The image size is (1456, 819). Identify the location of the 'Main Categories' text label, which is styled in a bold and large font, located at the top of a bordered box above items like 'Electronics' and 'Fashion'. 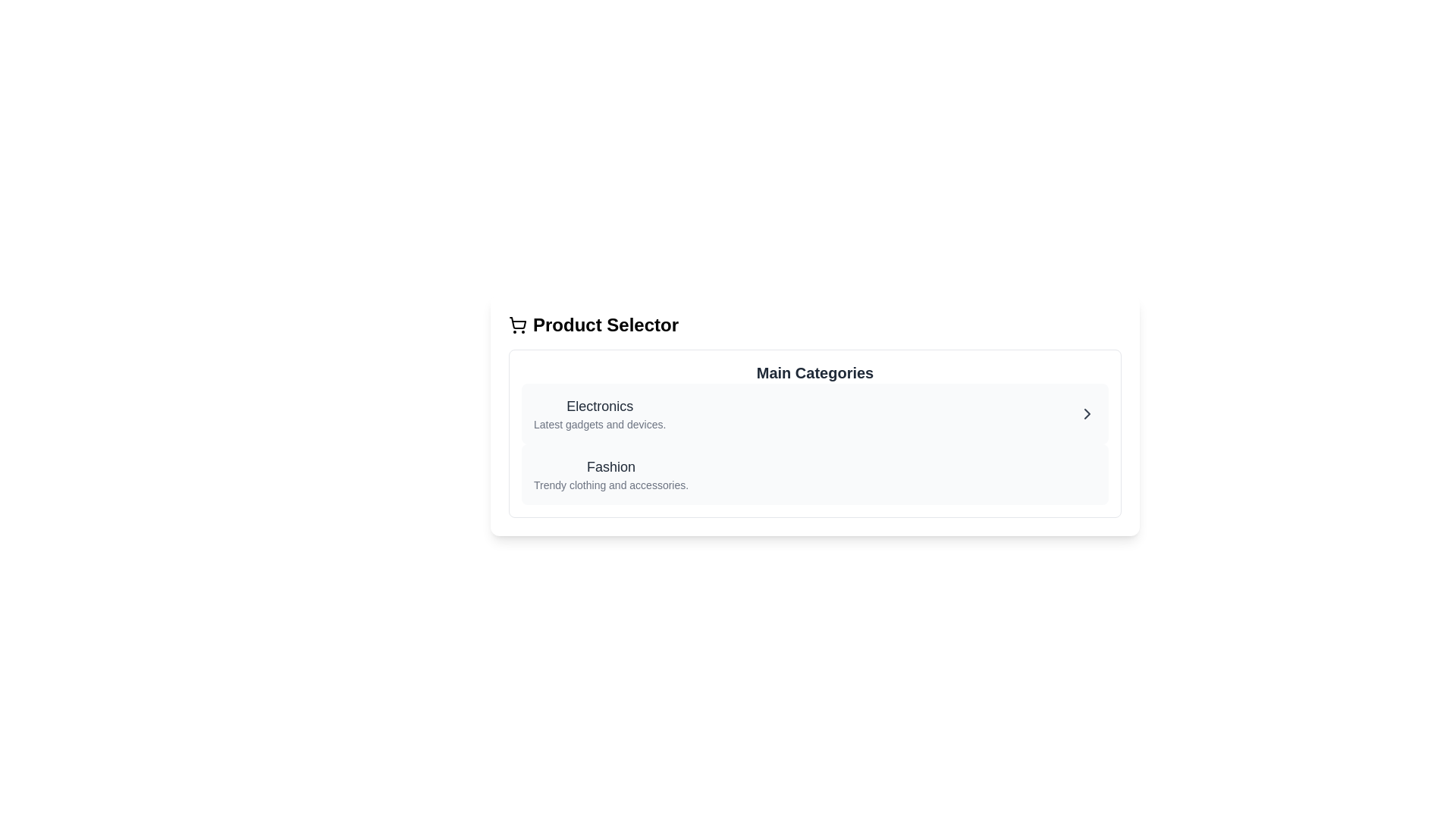
(814, 373).